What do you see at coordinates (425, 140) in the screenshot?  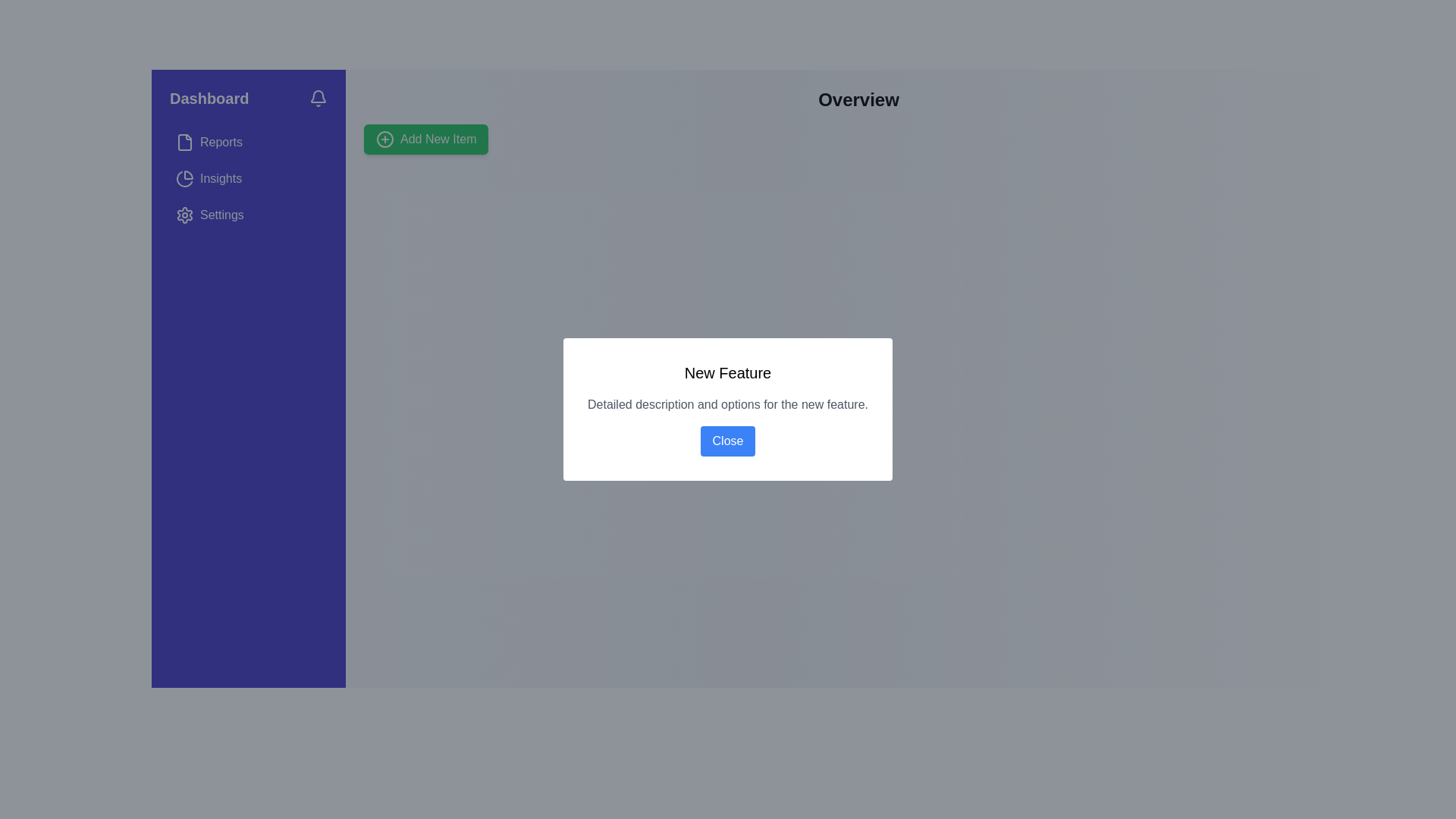 I see `the 'Add New Item' button with a green background and '+' icon` at bounding box center [425, 140].